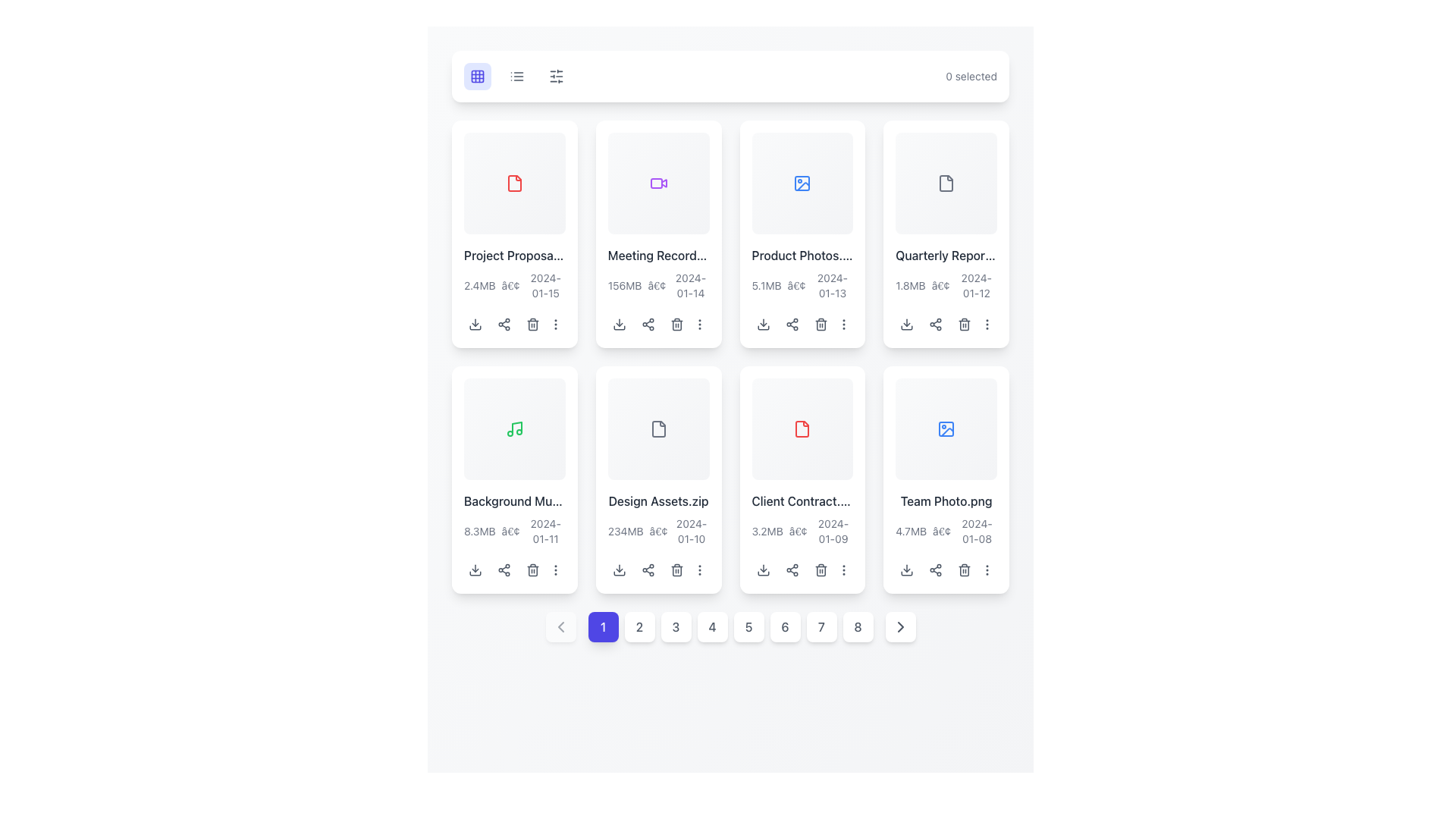  What do you see at coordinates (658, 234) in the screenshot?
I see `the file item card in the grid view, located in the second column of the first row` at bounding box center [658, 234].